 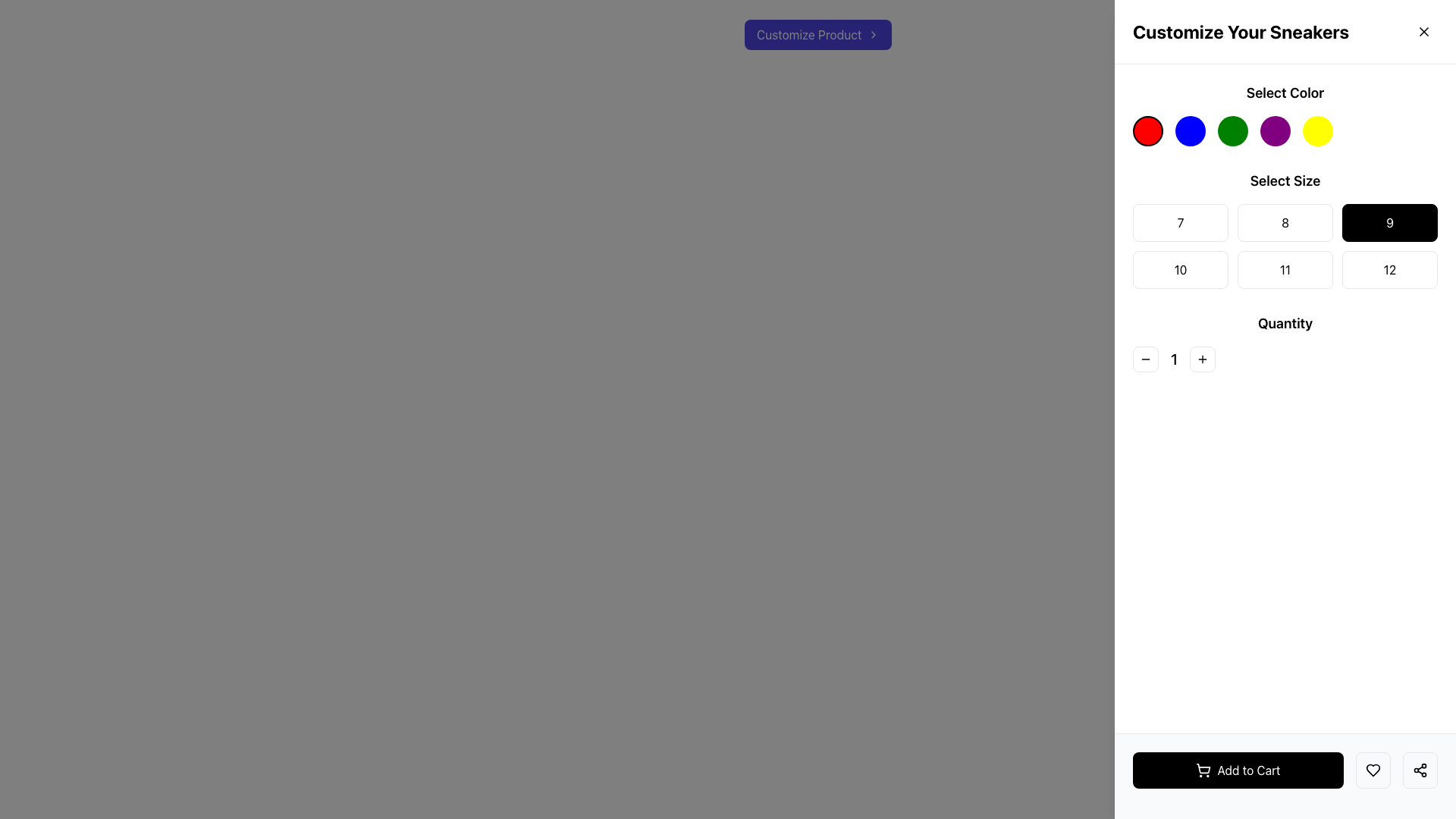 I want to click on the rightmost icon button styled as a share symbol, so click(x=1419, y=770).